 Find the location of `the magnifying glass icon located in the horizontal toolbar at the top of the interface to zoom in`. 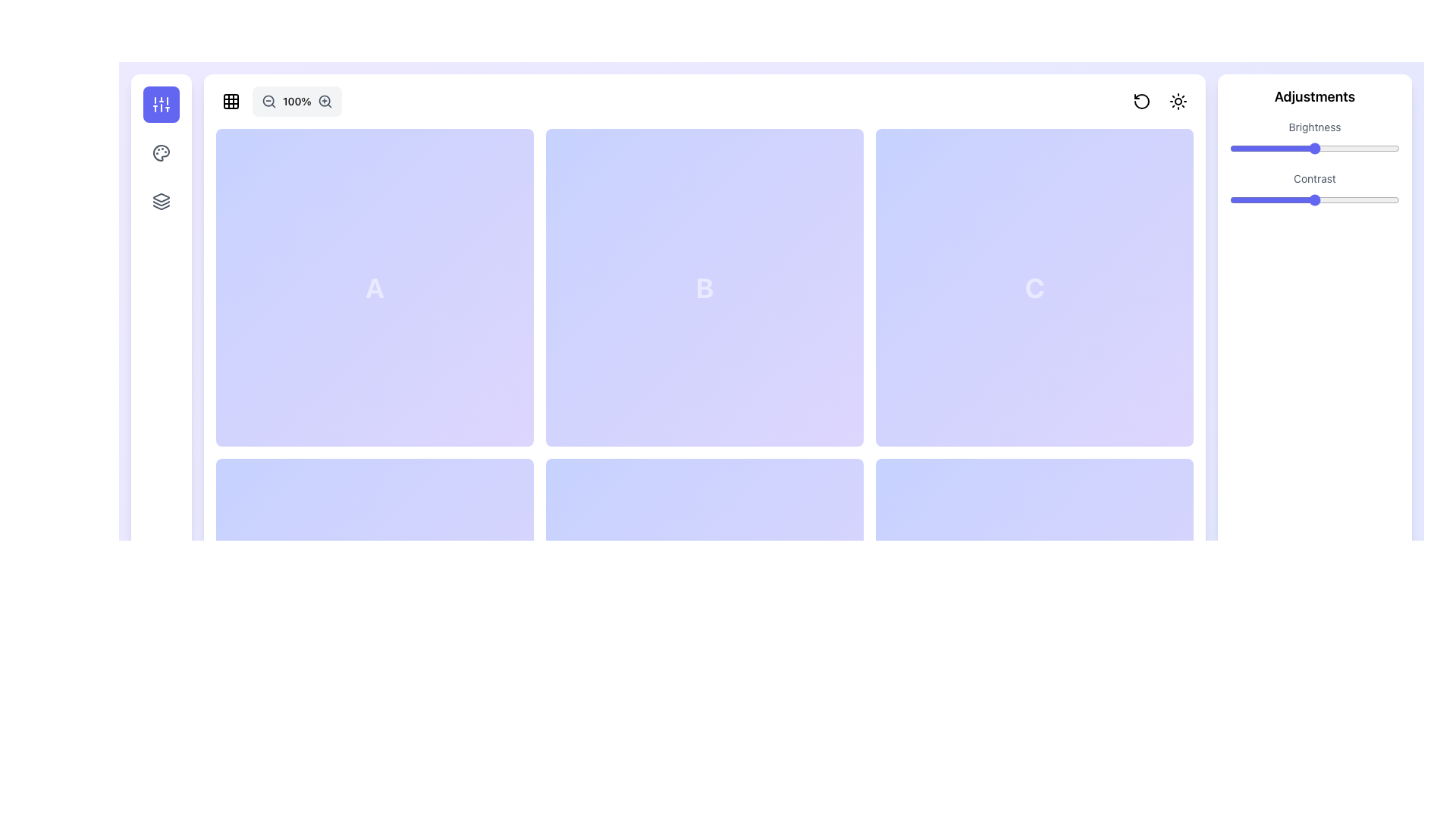

the magnifying glass icon located in the horizontal toolbar at the top of the interface to zoom in is located at coordinates (324, 102).